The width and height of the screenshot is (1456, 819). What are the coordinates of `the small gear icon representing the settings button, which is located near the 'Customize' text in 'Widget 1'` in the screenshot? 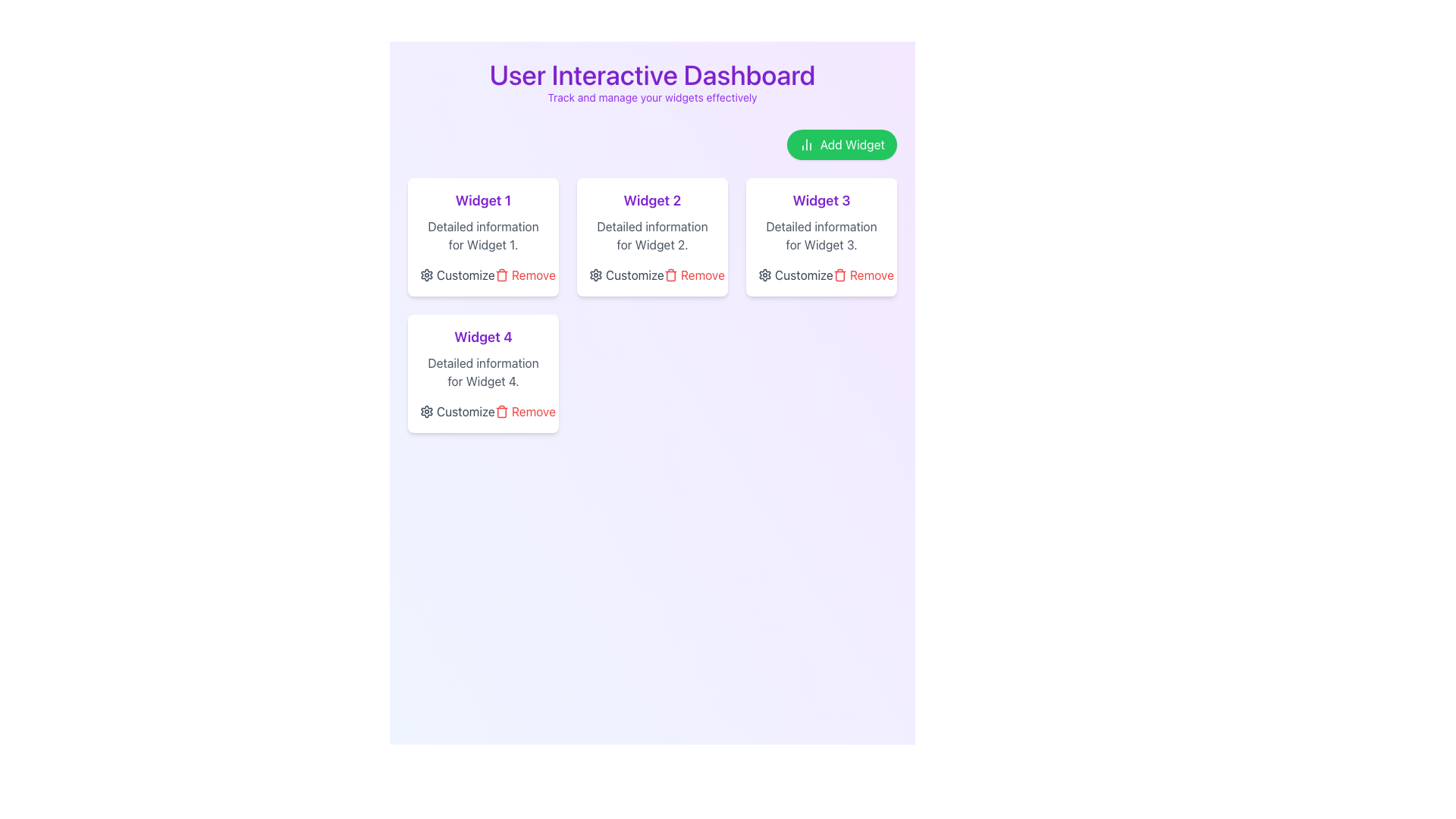 It's located at (425, 275).